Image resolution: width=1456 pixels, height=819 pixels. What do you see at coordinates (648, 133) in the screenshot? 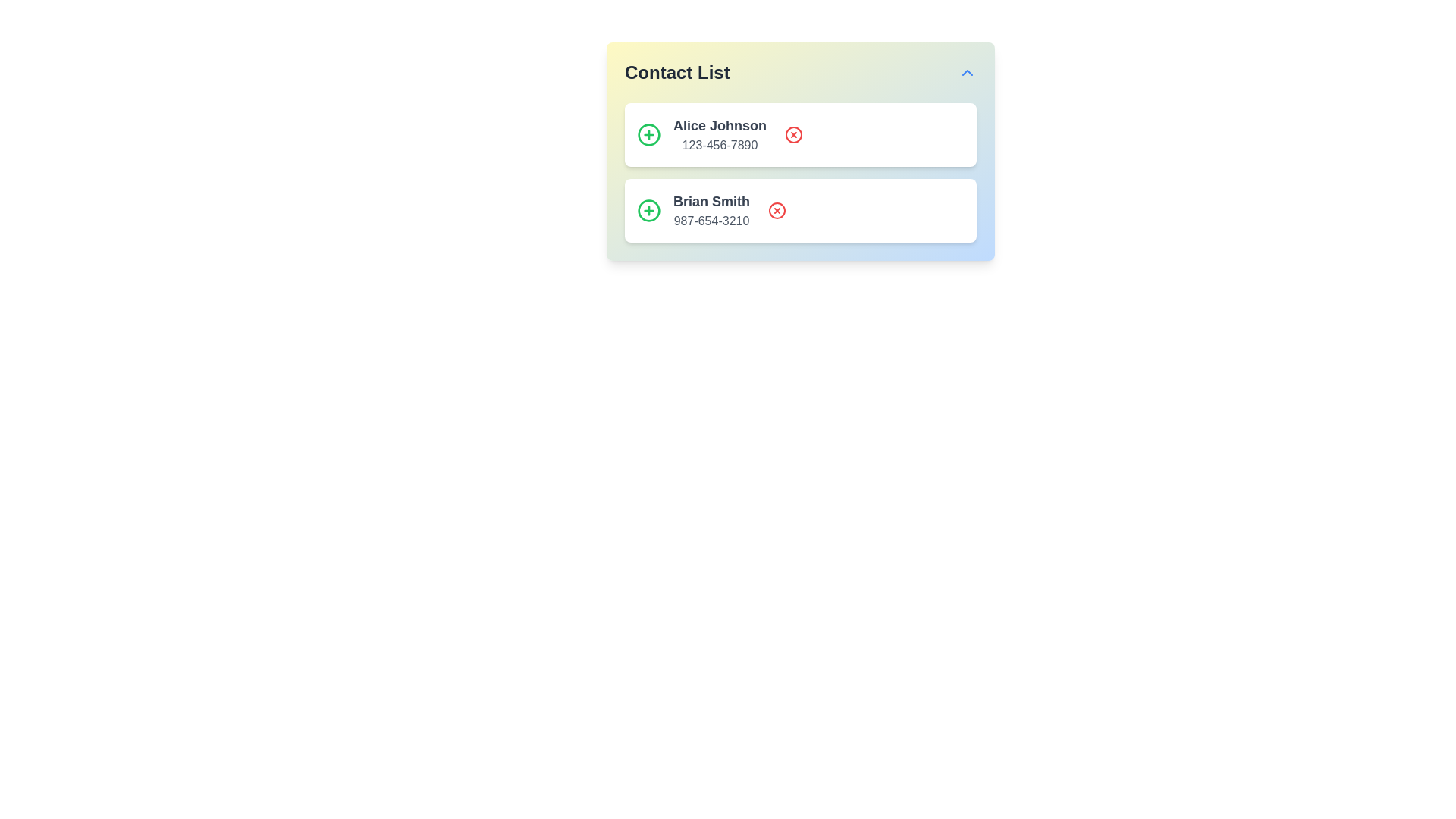
I see `the circular green icon button featuring a plus sign, located to the left of 'Brian Smith' and above the phone number` at bounding box center [648, 133].